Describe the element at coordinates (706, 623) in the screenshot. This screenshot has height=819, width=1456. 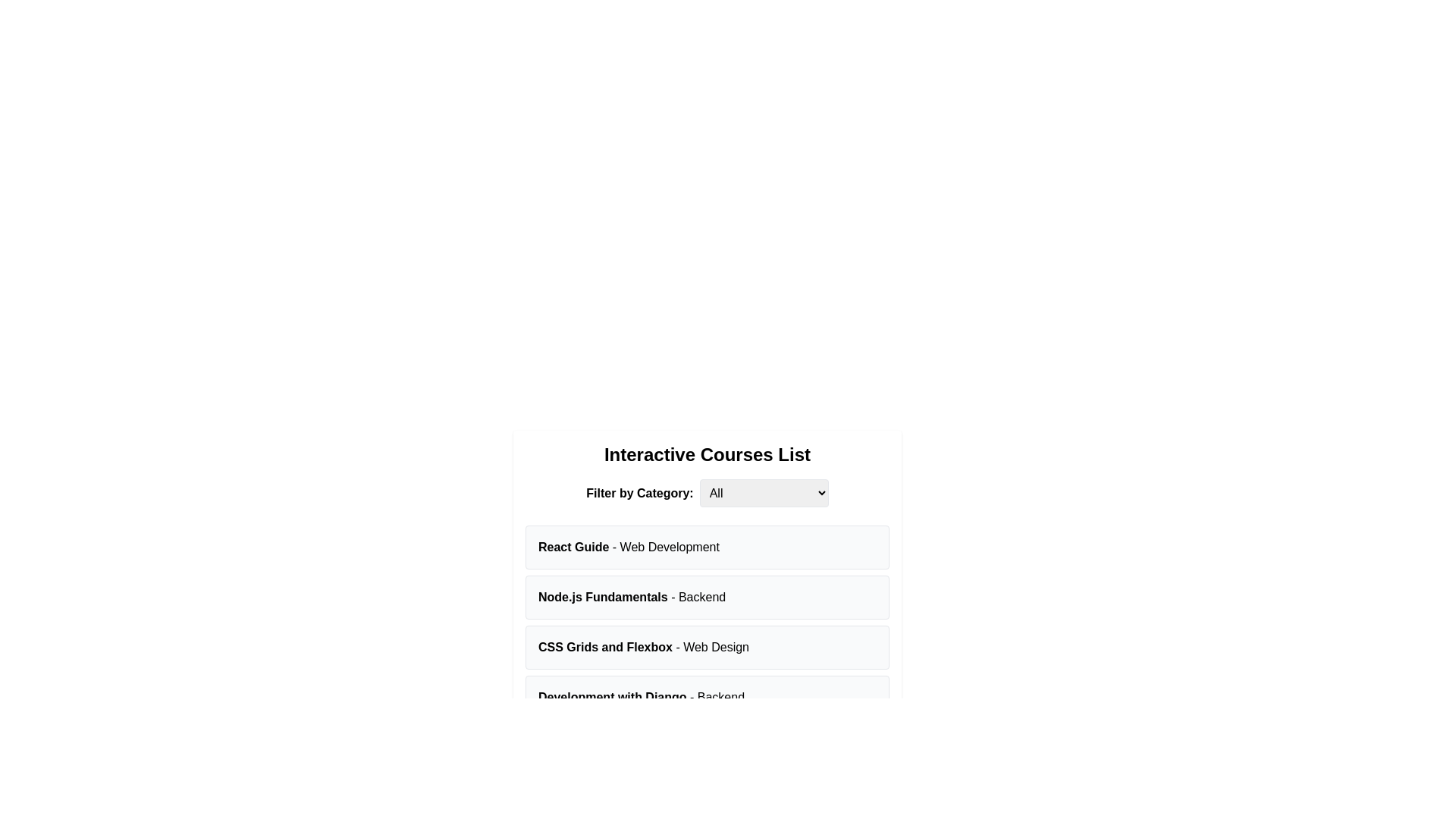
I see `the third item in the 'Interactive Courses List' which represents a course summary or title for further interaction` at that location.